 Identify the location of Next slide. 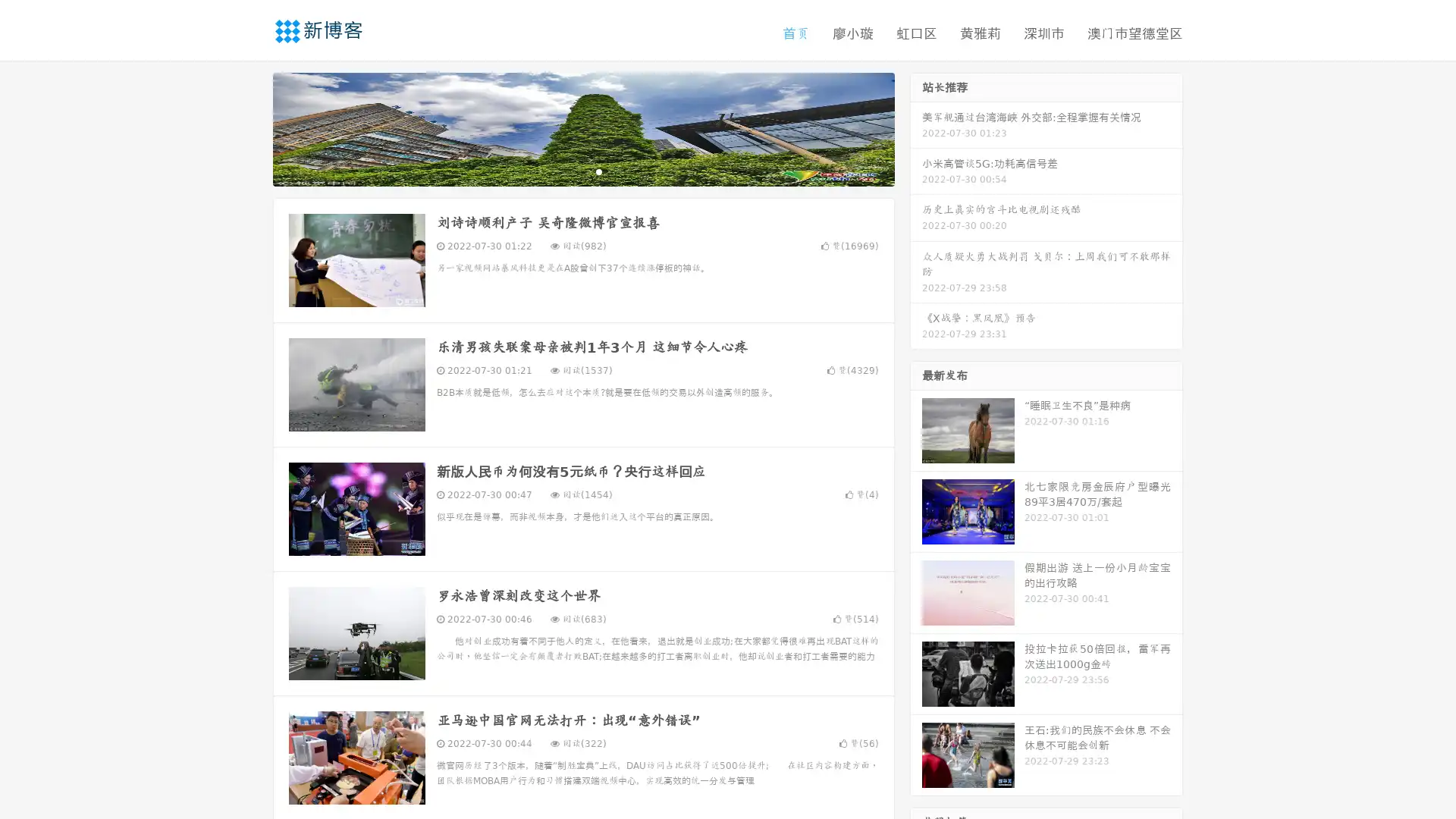
(916, 127).